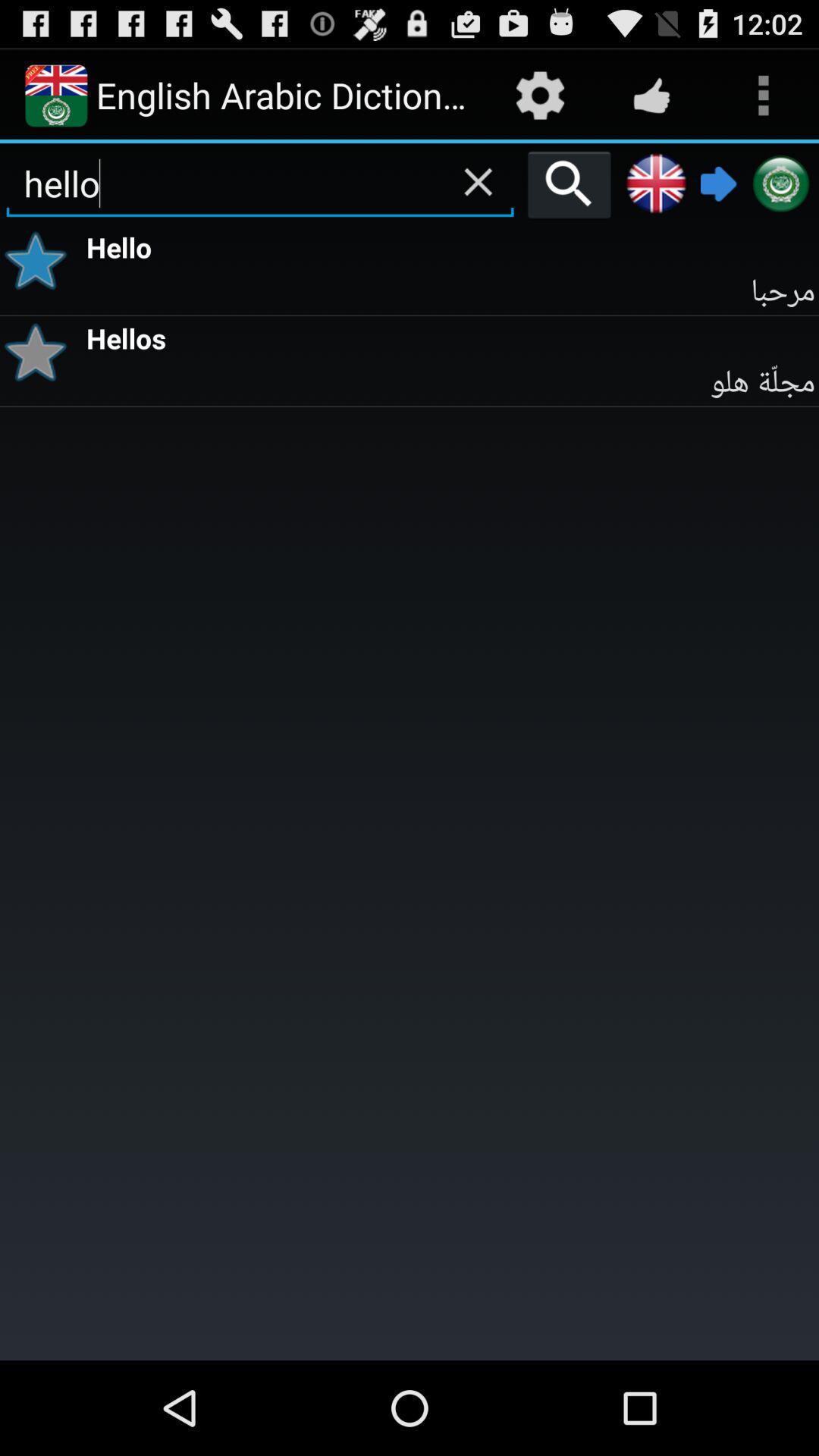 The height and width of the screenshot is (1456, 819). What do you see at coordinates (40, 261) in the screenshot?
I see `icon to the left of hello item` at bounding box center [40, 261].